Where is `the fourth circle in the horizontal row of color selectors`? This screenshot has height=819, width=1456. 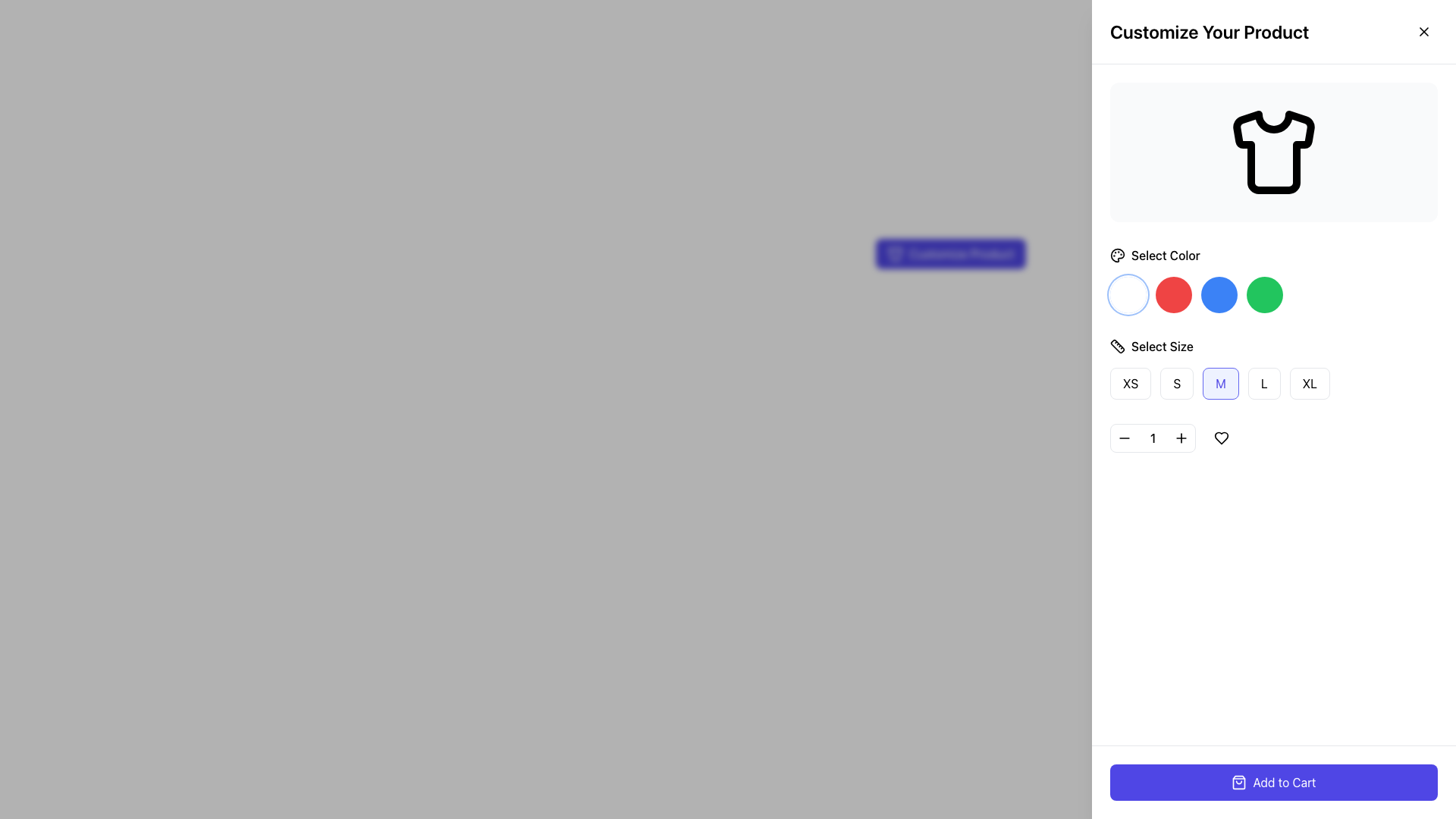
the fourth circle in the horizontal row of color selectors is located at coordinates (1274, 280).